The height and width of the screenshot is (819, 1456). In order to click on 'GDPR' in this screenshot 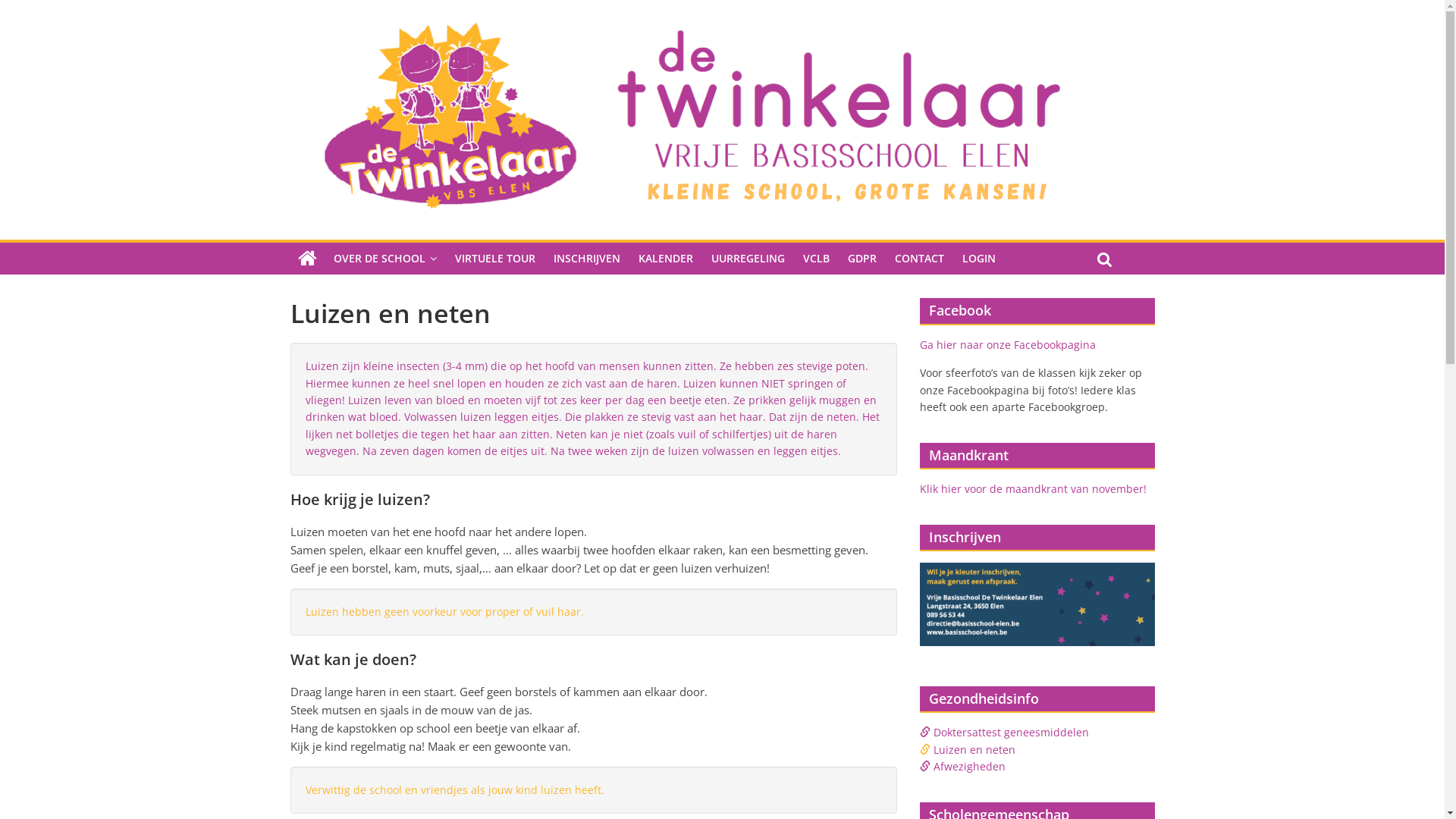, I will do `click(862, 257)`.